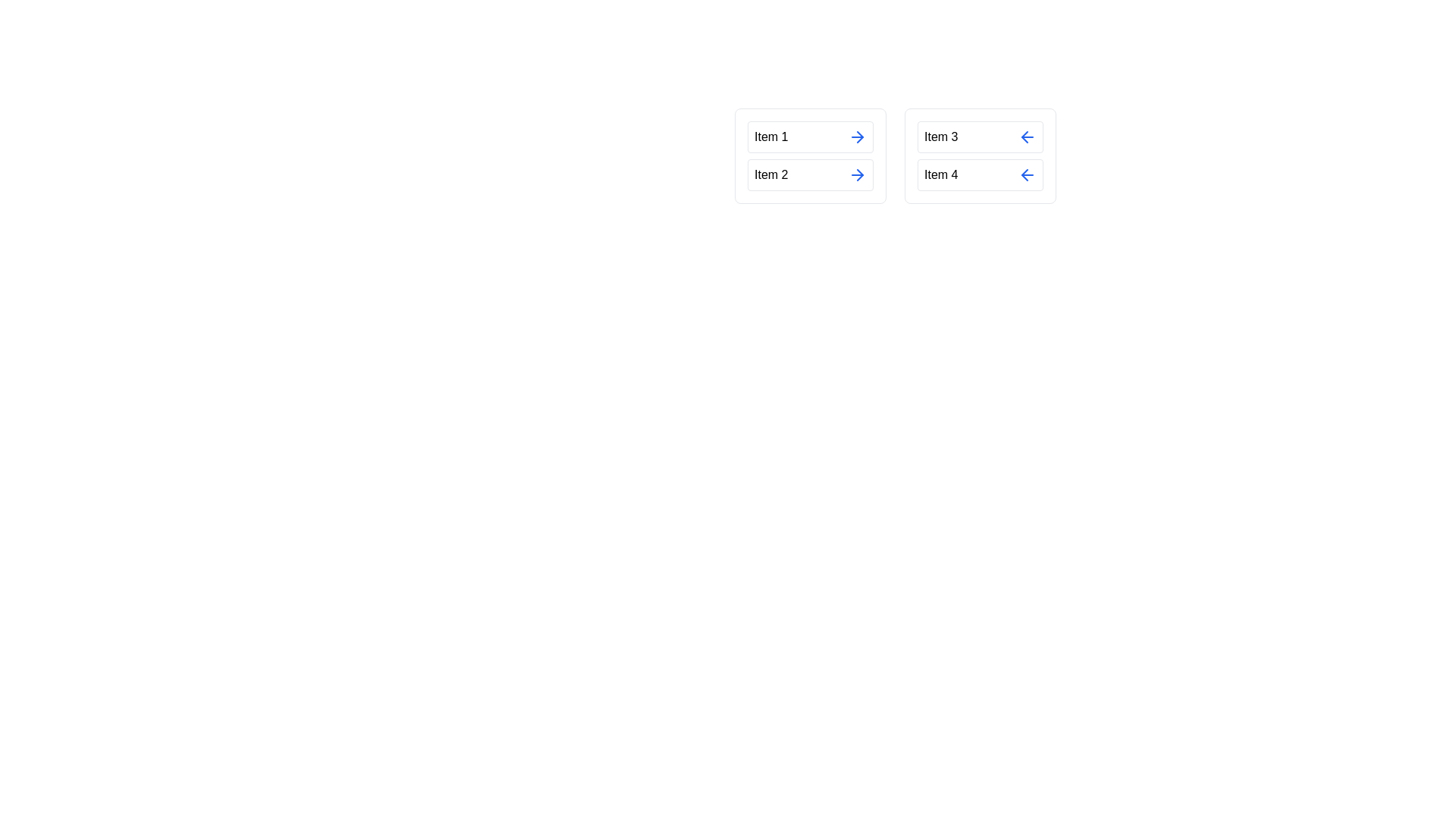 The width and height of the screenshot is (1456, 819). What do you see at coordinates (1027, 137) in the screenshot?
I see `arrow button next to the item Item 3 in the right list to transfer it to the left list` at bounding box center [1027, 137].